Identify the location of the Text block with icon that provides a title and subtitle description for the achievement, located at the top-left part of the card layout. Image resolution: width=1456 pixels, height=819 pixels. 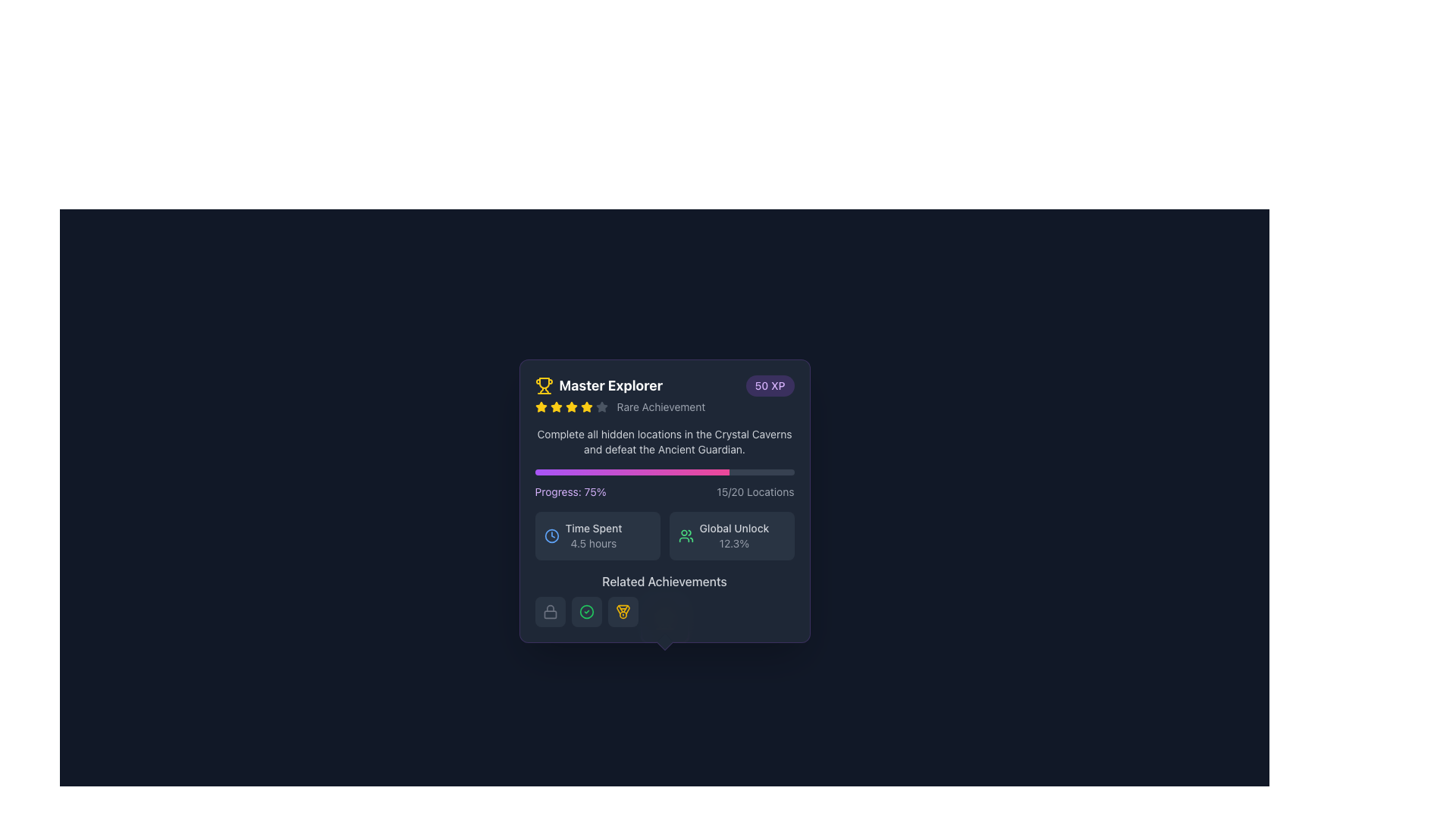
(620, 394).